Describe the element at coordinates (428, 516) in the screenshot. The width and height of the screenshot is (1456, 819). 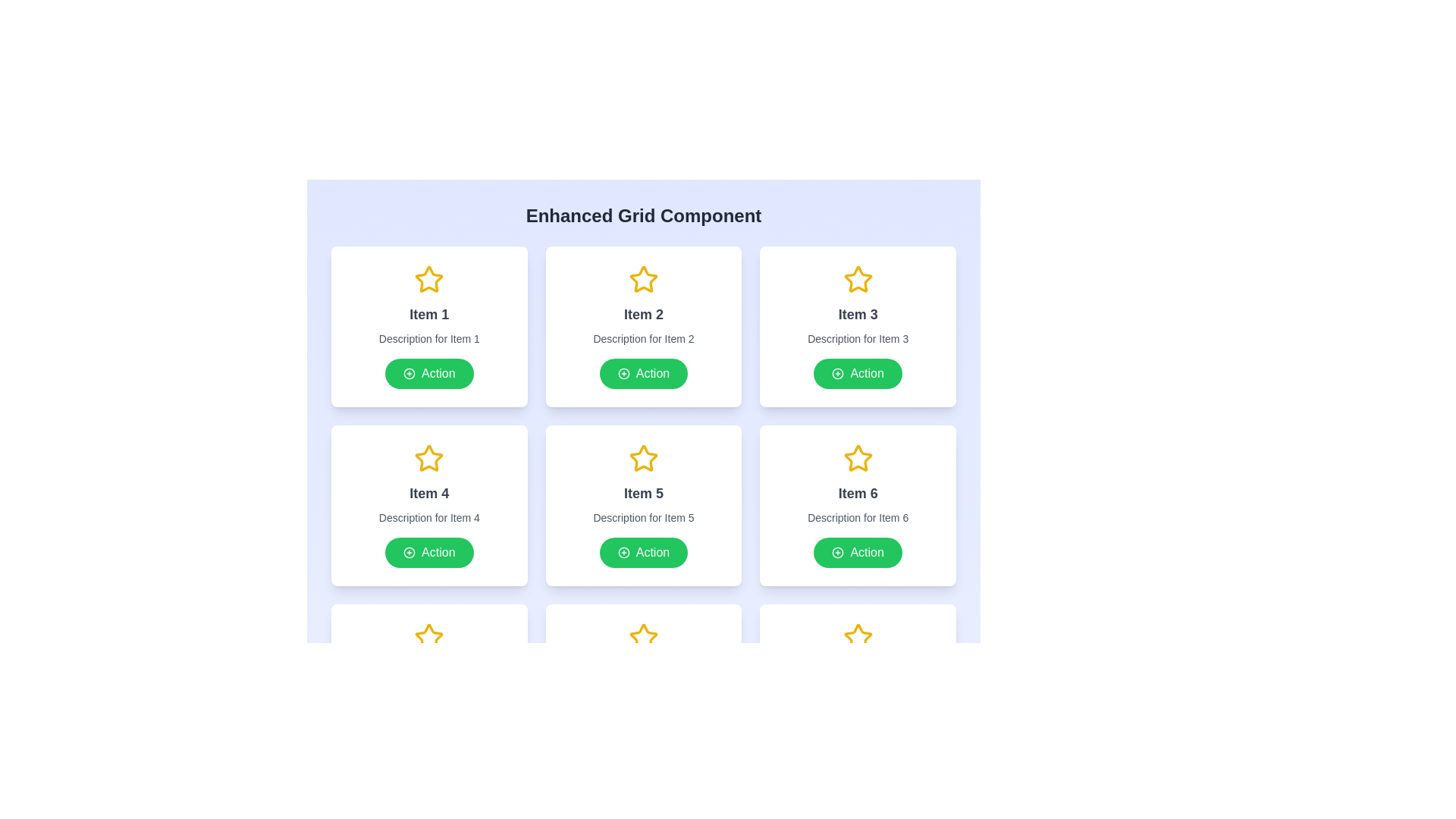
I see `informational text label located below the title 'Item 4' and above the button labeled 'Action' in the second row's first column of the grid layout` at that location.